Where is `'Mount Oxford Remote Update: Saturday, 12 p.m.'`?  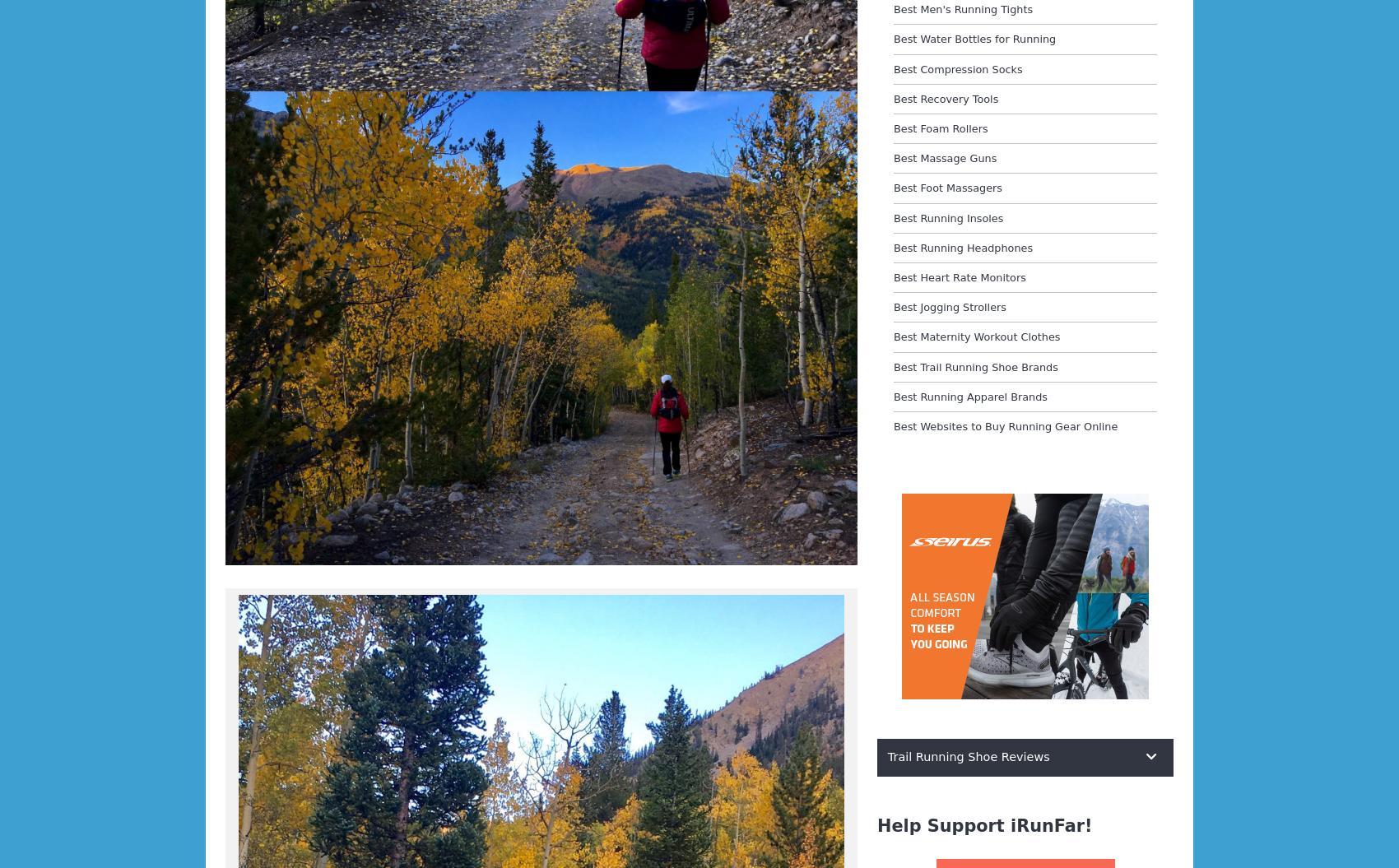
'Mount Oxford Remote Update: Saturday, 12 p.m.' is located at coordinates (239, 260).